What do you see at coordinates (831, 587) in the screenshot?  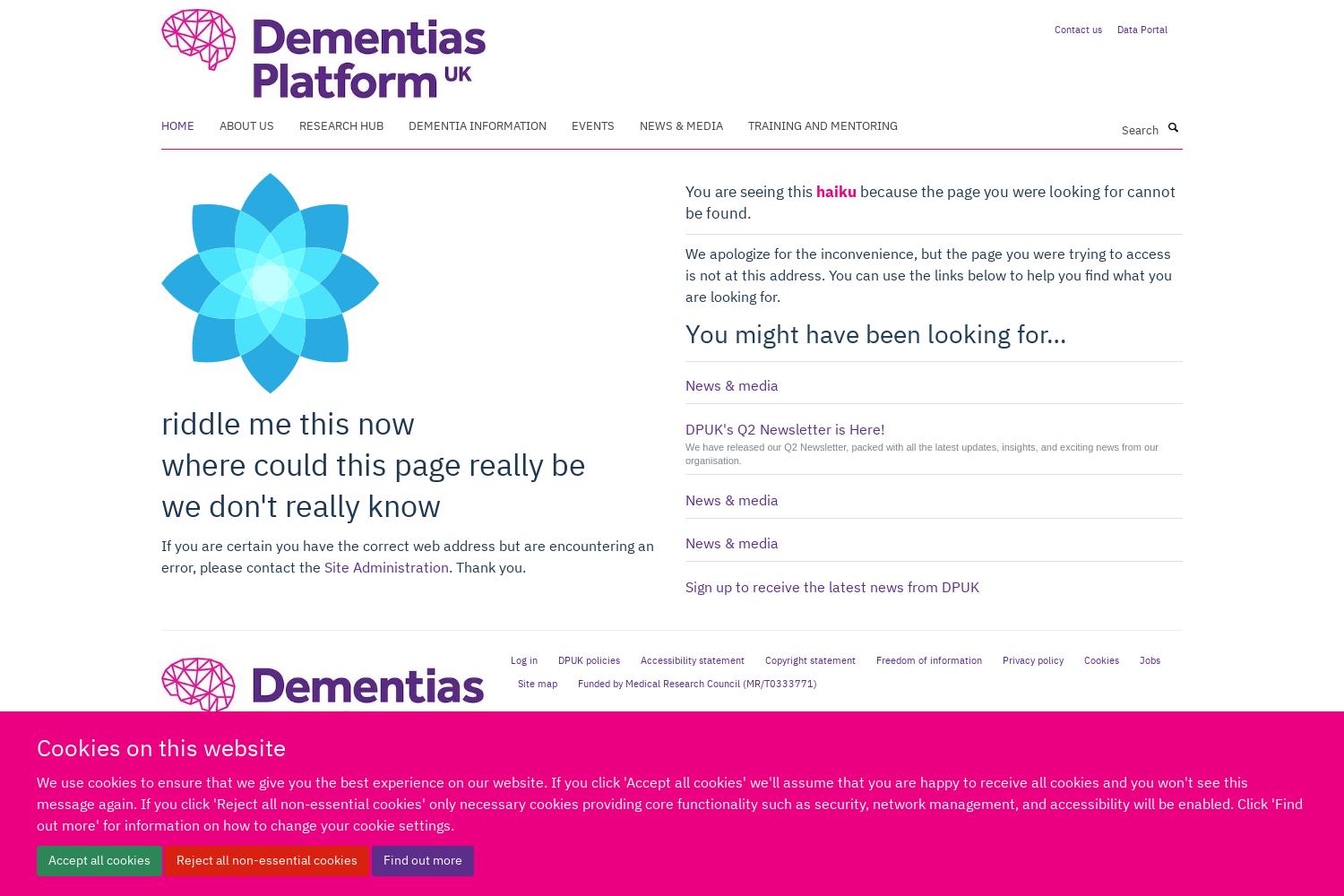 I see `'Sign up to receive the latest news from DPUK'` at bounding box center [831, 587].